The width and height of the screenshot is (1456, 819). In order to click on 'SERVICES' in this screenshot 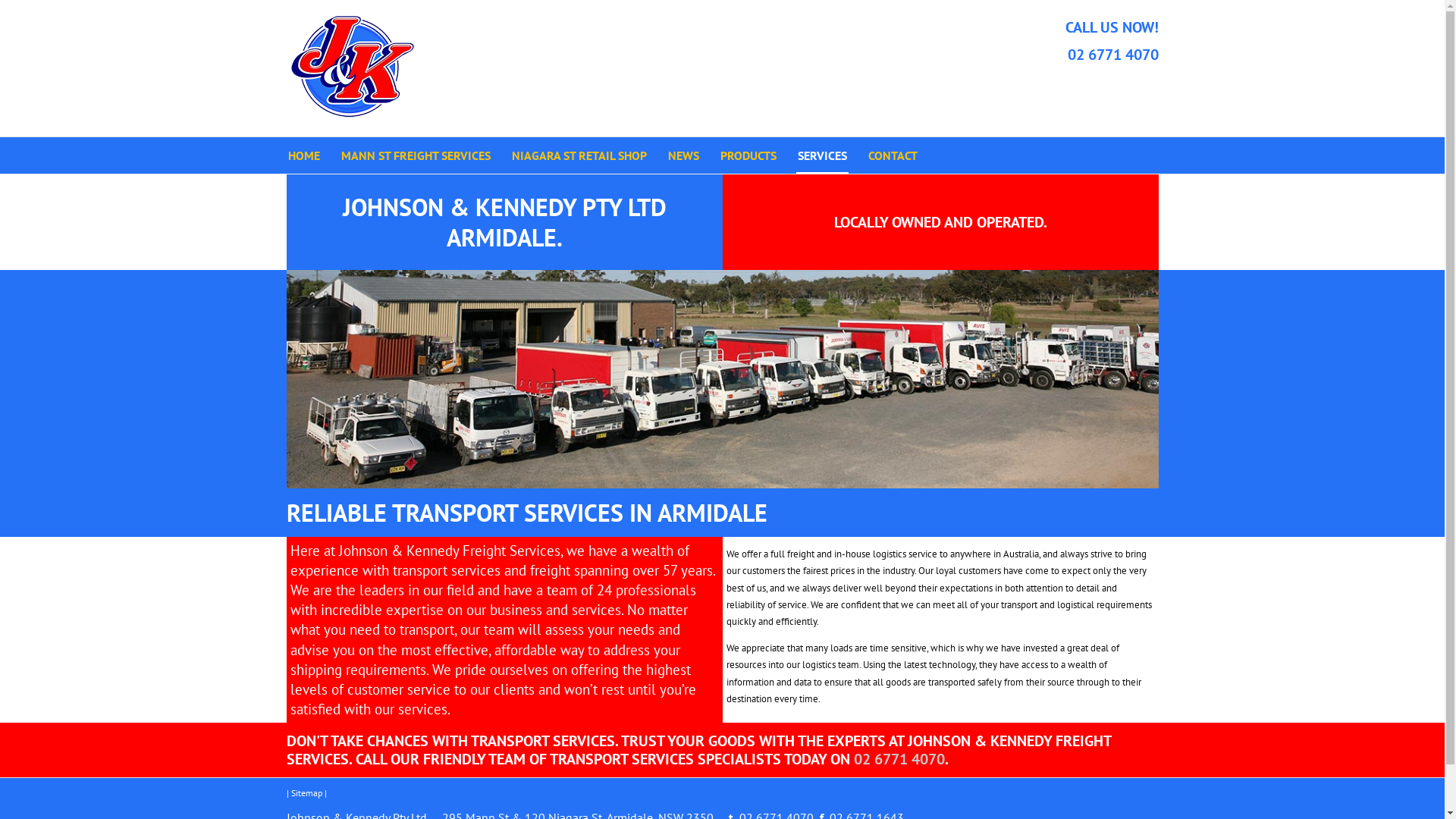, I will do `click(821, 155)`.